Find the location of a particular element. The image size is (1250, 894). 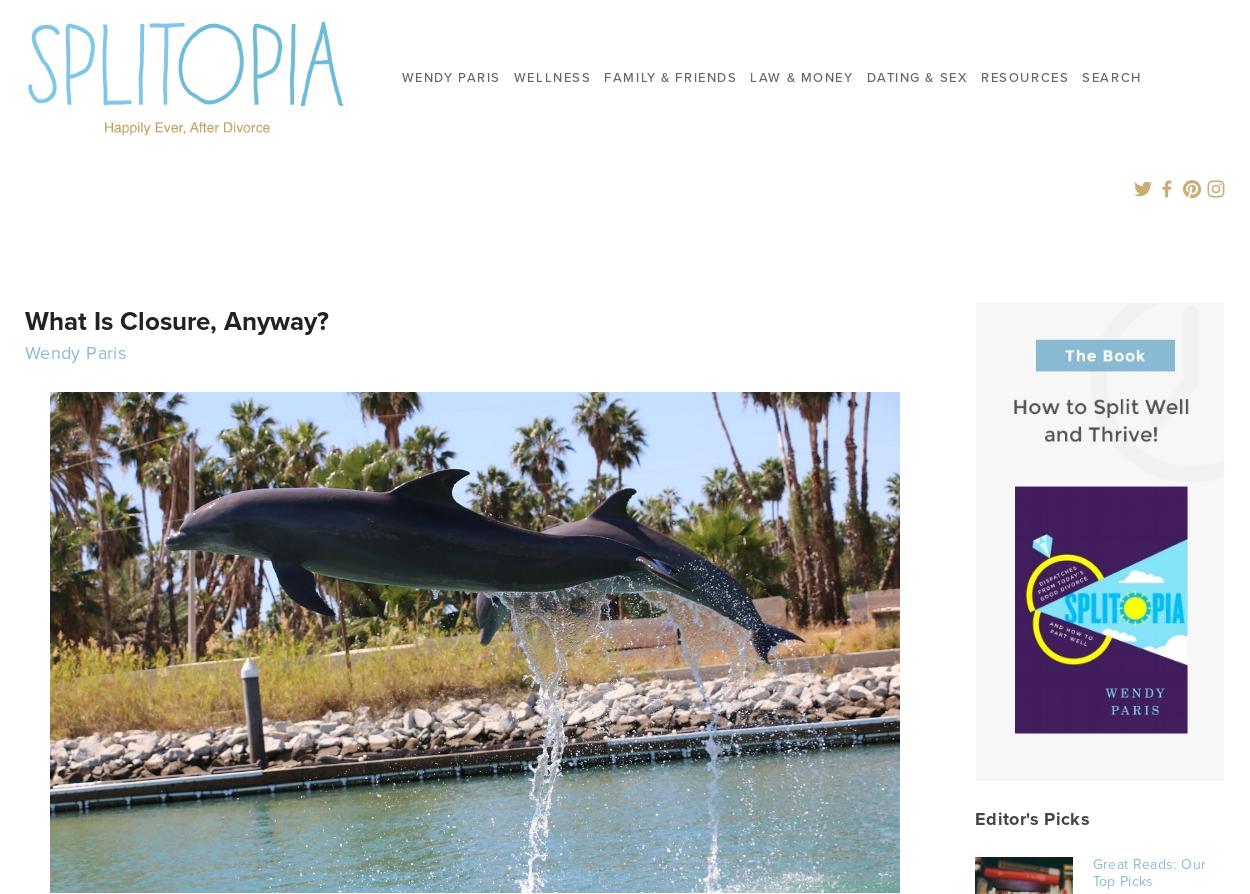

'Great Reads: Our Top Picks' is located at coordinates (1149, 871).